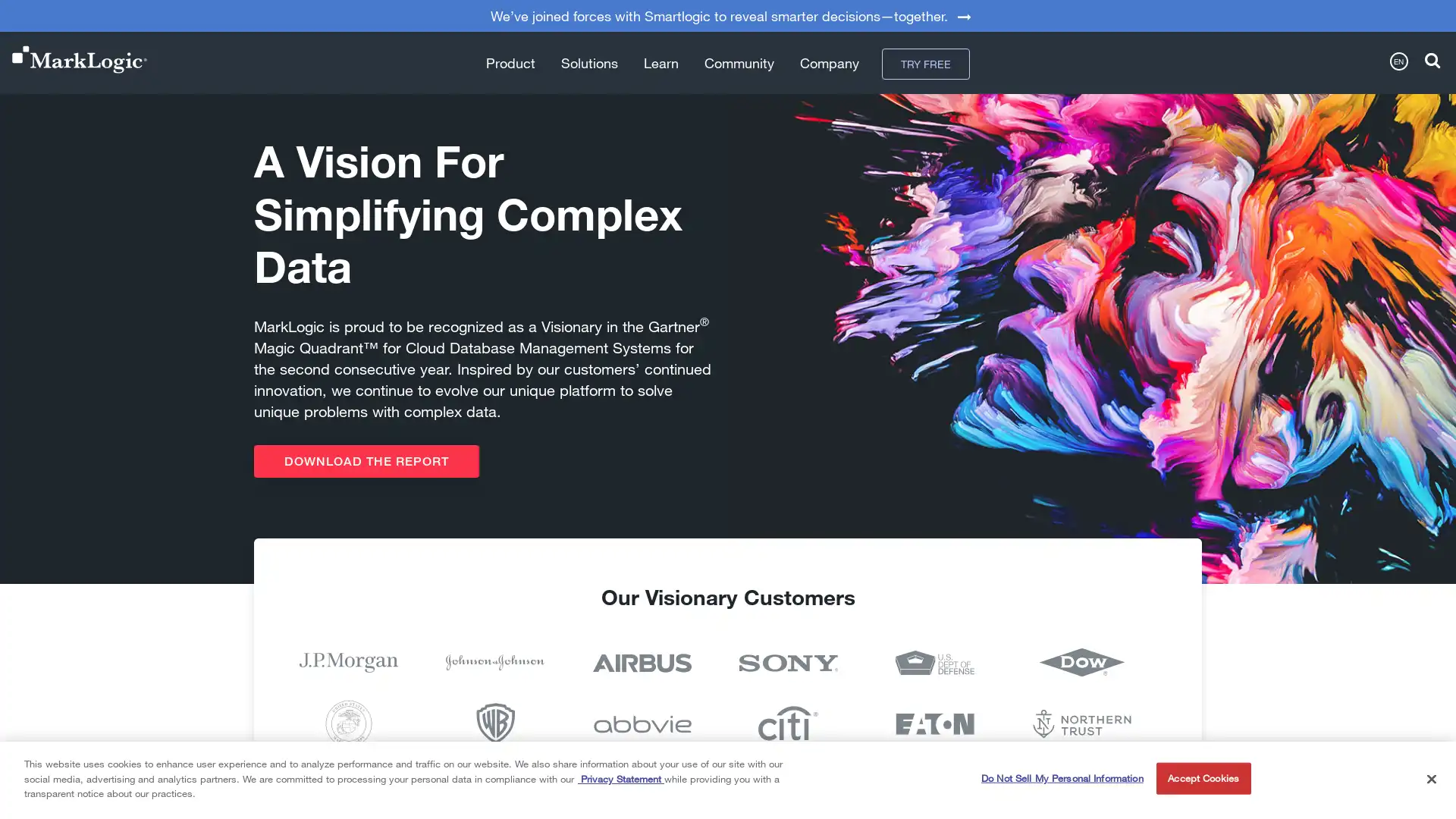 The image size is (1456, 819). What do you see at coordinates (1061, 778) in the screenshot?
I see `Do Not Sell My Personal Information` at bounding box center [1061, 778].